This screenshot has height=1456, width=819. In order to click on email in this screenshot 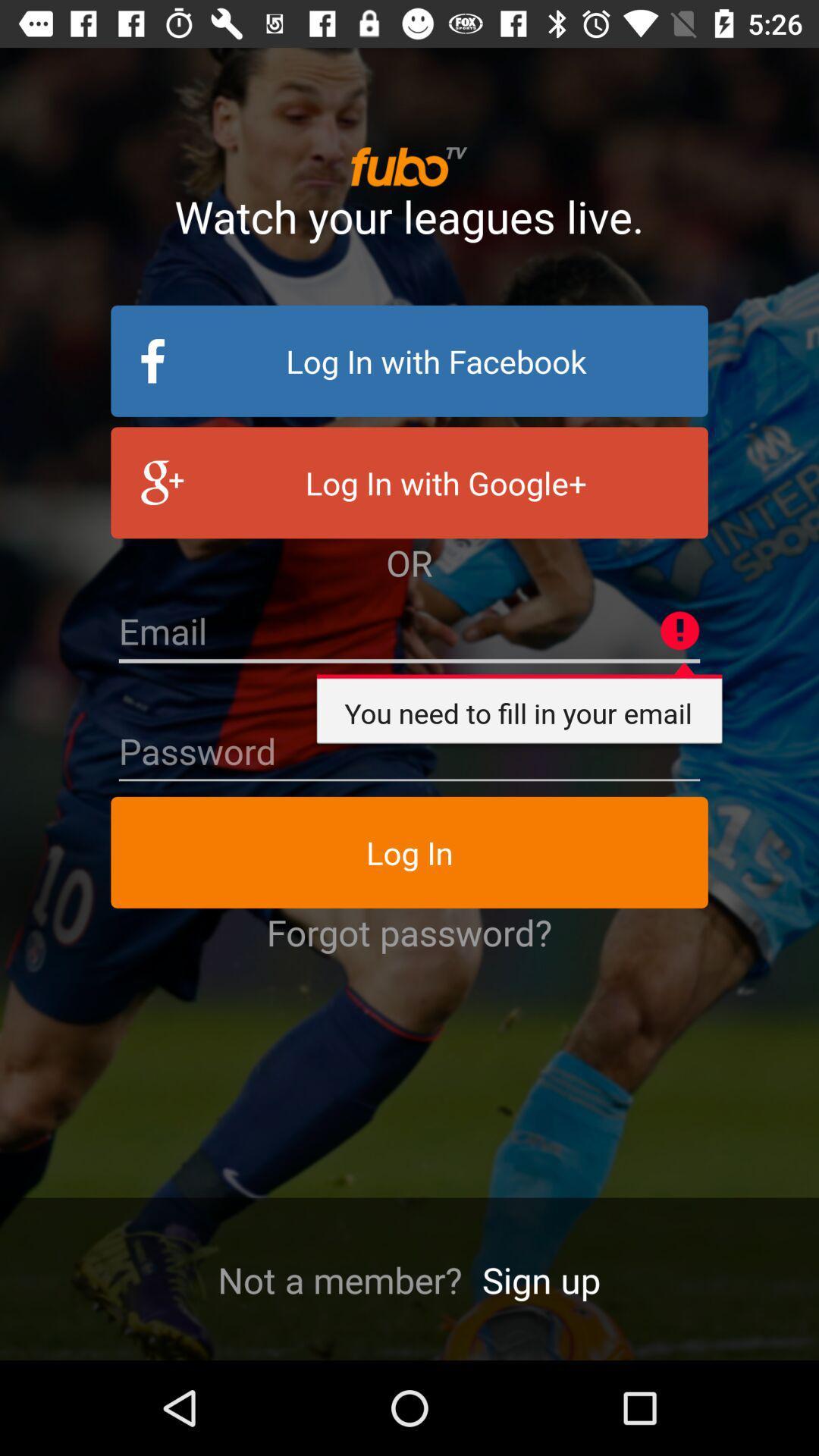, I will do `click(409, 632)`.